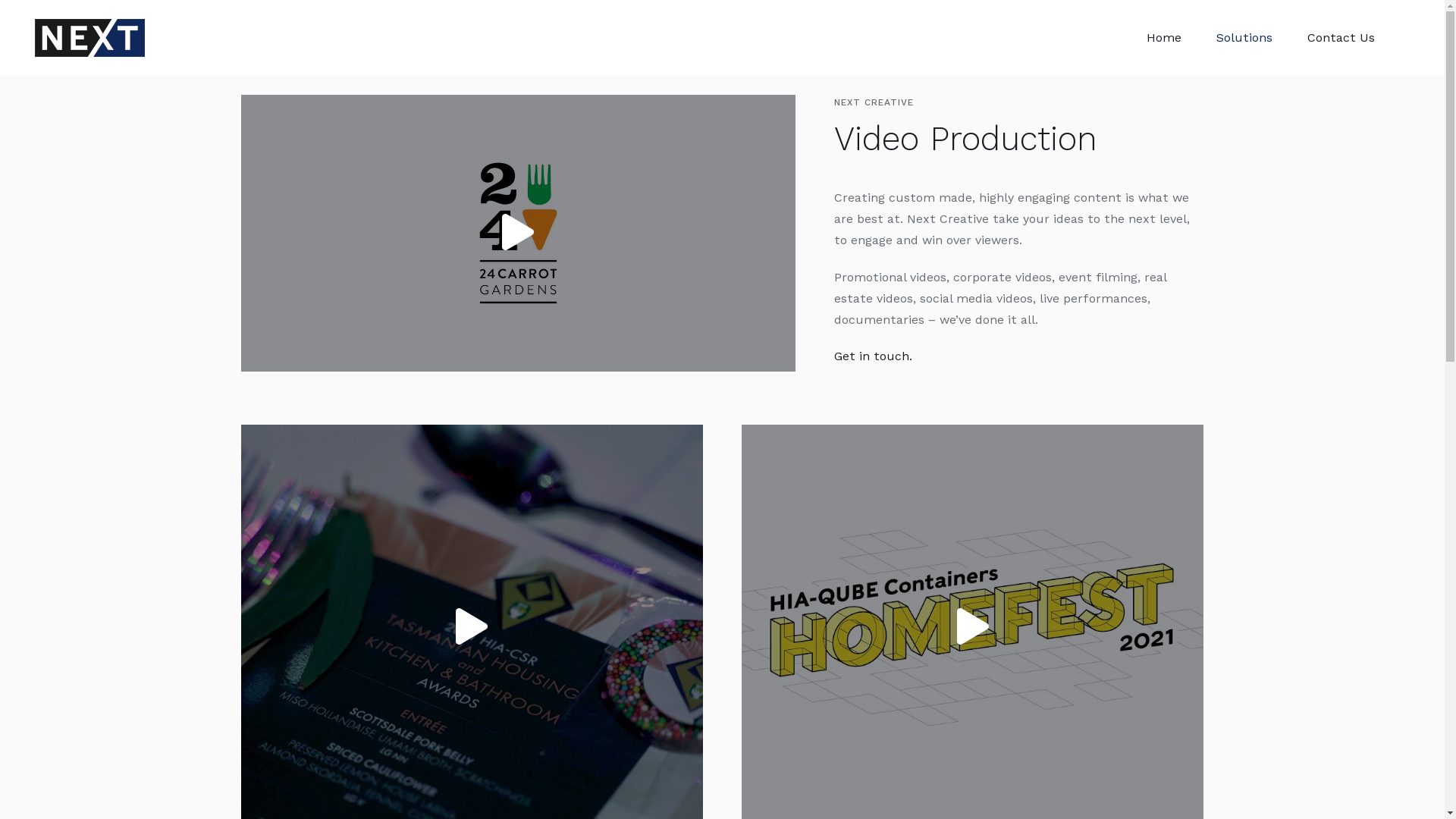  Describe the element at coordinates (1244, 37) in the screenshot. I see `'Solutions'` at that location.